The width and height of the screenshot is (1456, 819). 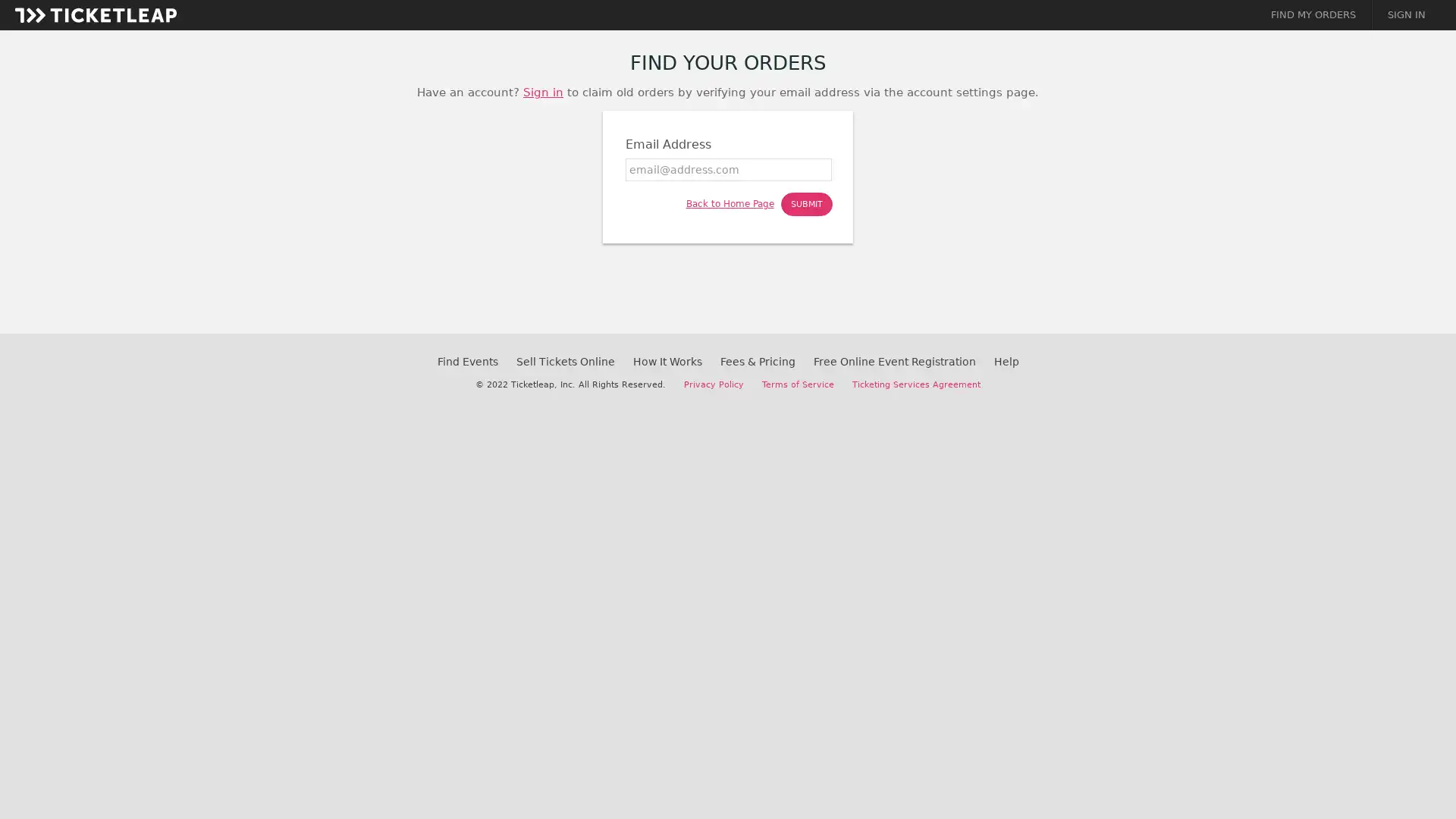 What do you see at coordinates (805, 203) in the screenshot?
I see `SUBMIT` at bounding box center [805, 203].